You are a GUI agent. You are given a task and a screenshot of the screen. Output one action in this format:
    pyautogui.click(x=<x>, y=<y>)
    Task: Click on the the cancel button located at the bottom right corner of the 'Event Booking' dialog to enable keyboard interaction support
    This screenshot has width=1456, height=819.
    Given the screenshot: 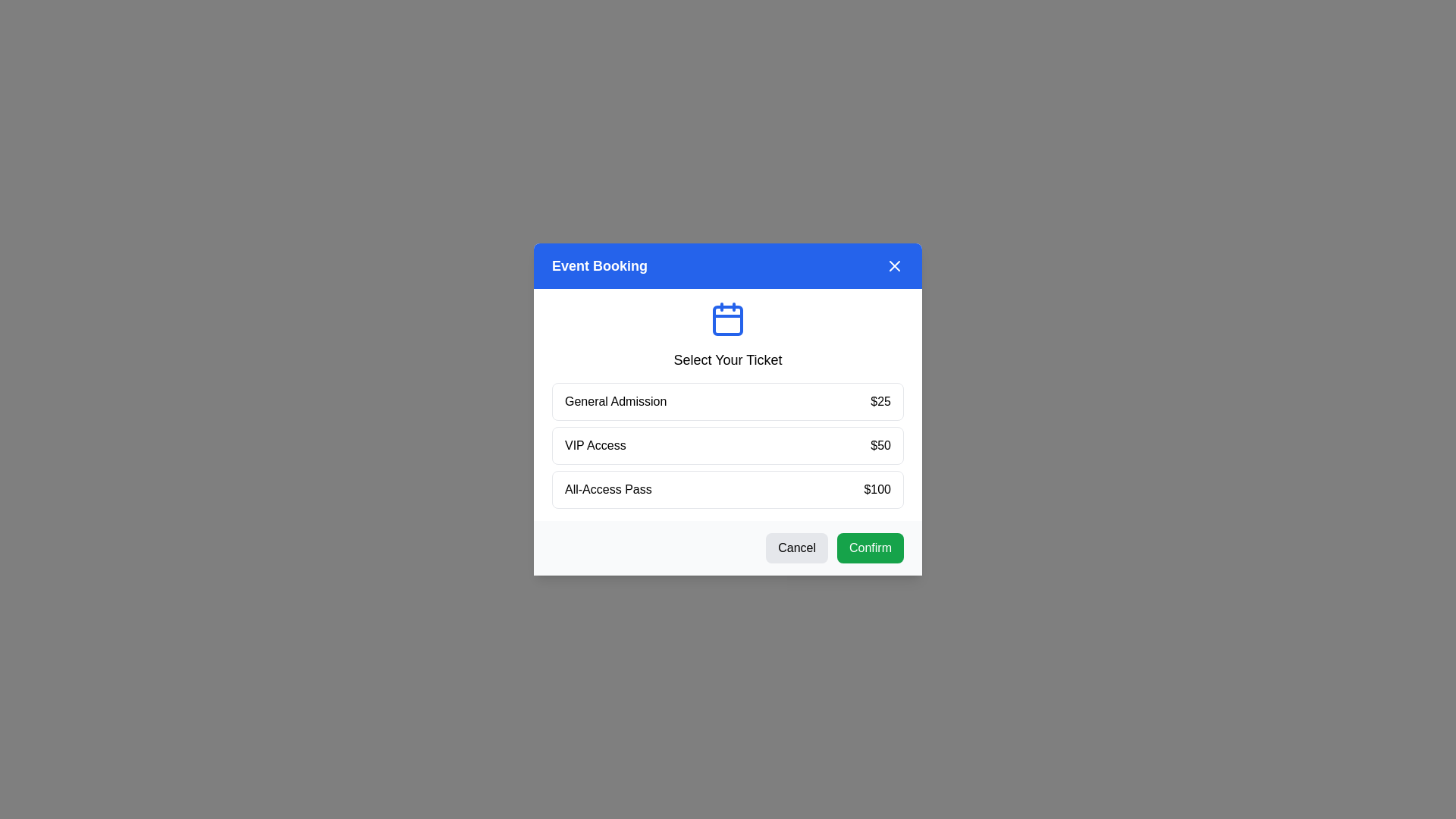 What is the action you would take?
    pyautogui.click(x=796, y=548)
    